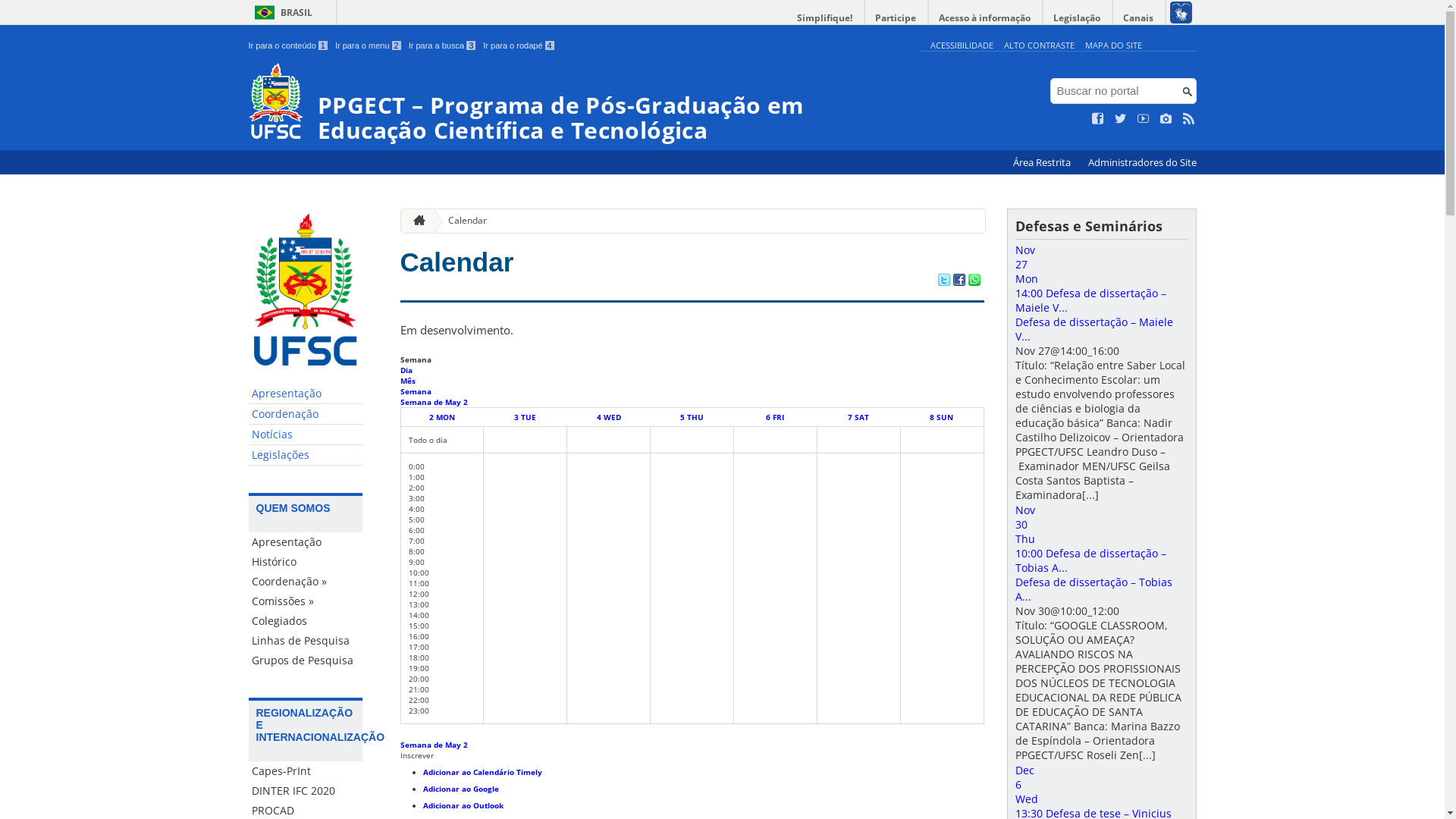 The width and height of the screenshot is (1456, 819). I want to click on 'ALTO CONTRASTE', so click(1038, 44).